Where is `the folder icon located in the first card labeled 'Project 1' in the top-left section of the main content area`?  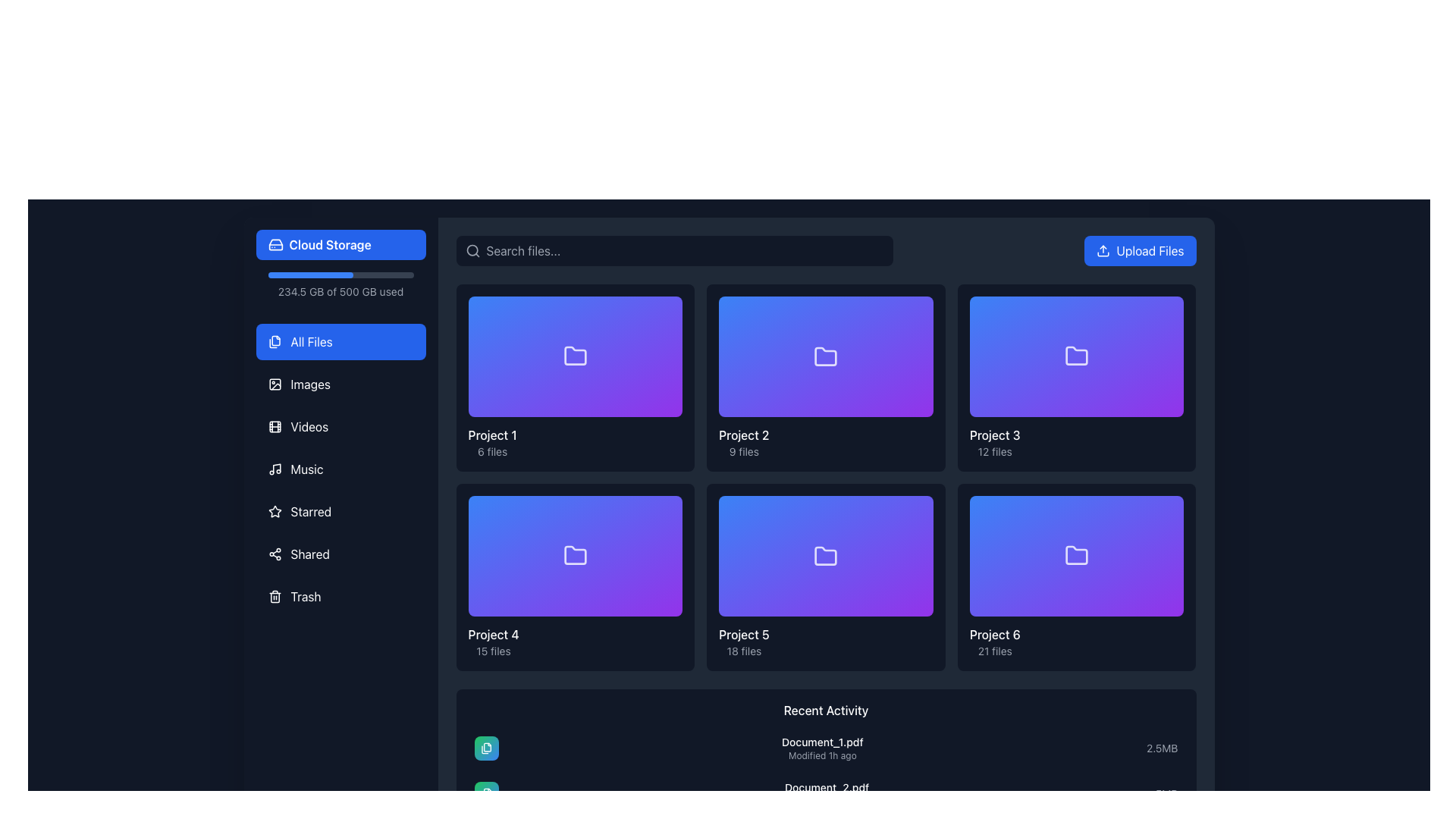 the folder icon located in the first card labeled 'Project 1' in the top-left section of the main content area is located at coordinates (574, 356).